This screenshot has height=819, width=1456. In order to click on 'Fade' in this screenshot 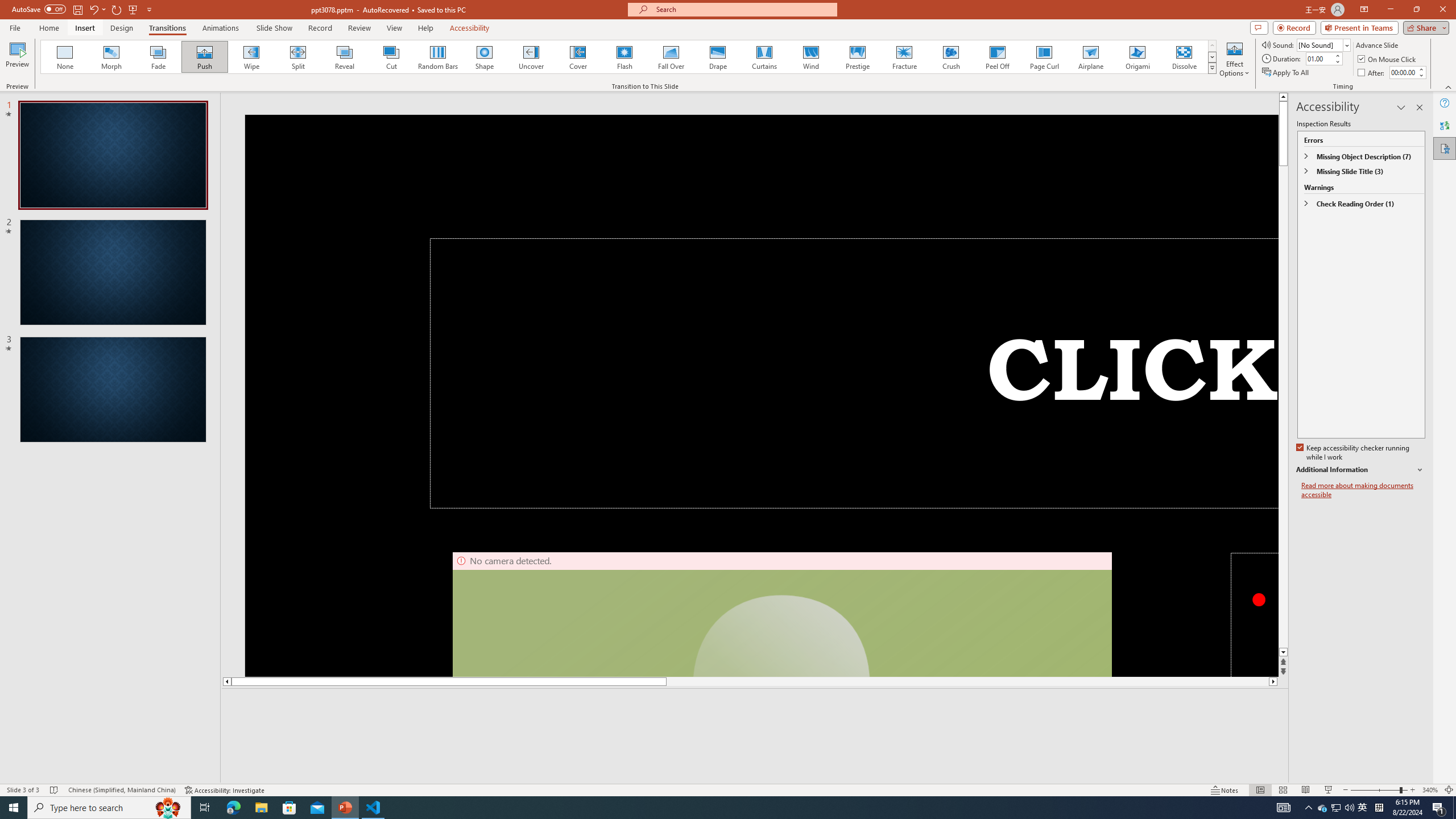, I will do `click(158, 56)`.